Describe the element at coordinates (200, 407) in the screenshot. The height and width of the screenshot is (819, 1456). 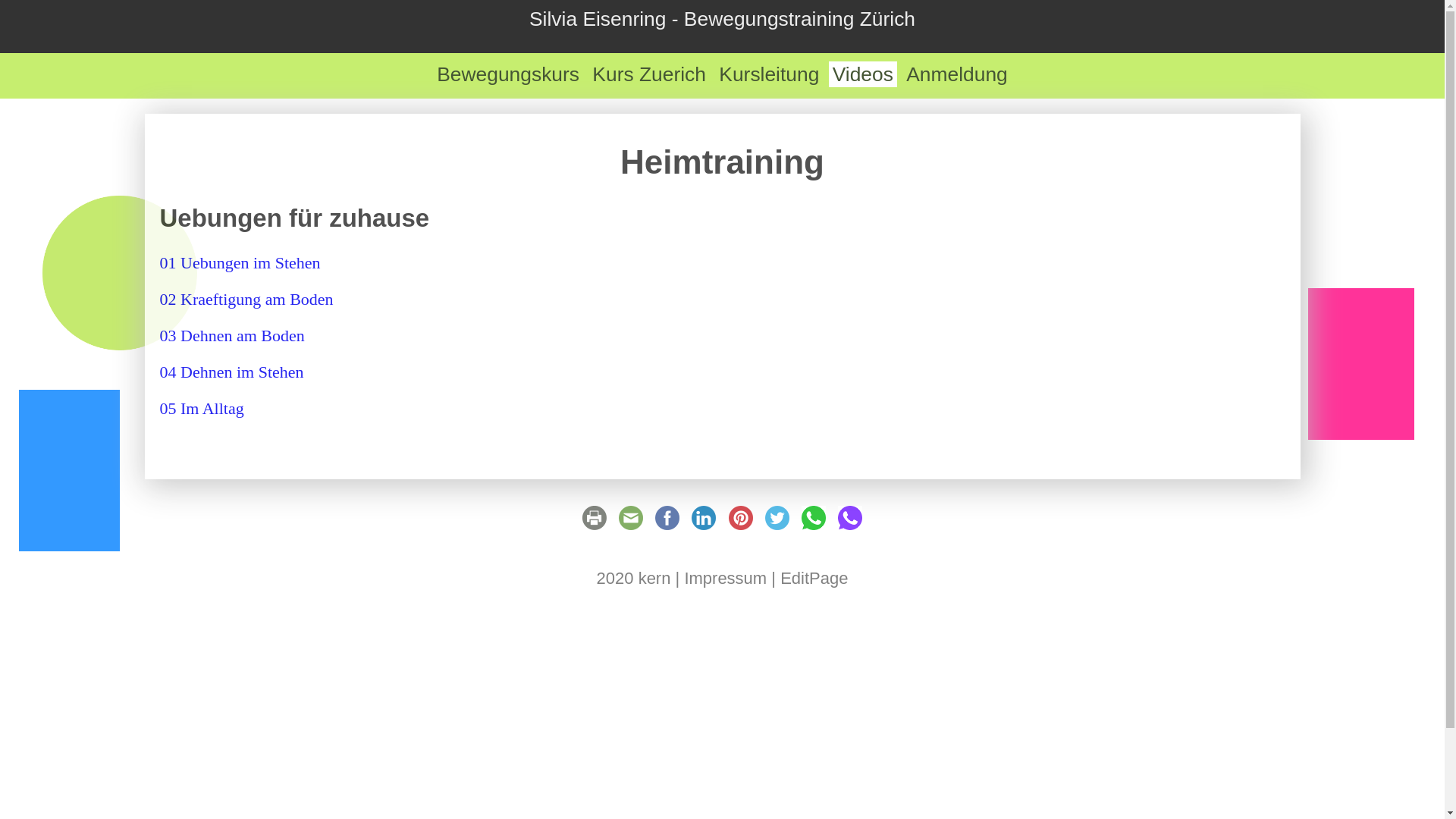
I see `'05 Im Alltag'` at that location.